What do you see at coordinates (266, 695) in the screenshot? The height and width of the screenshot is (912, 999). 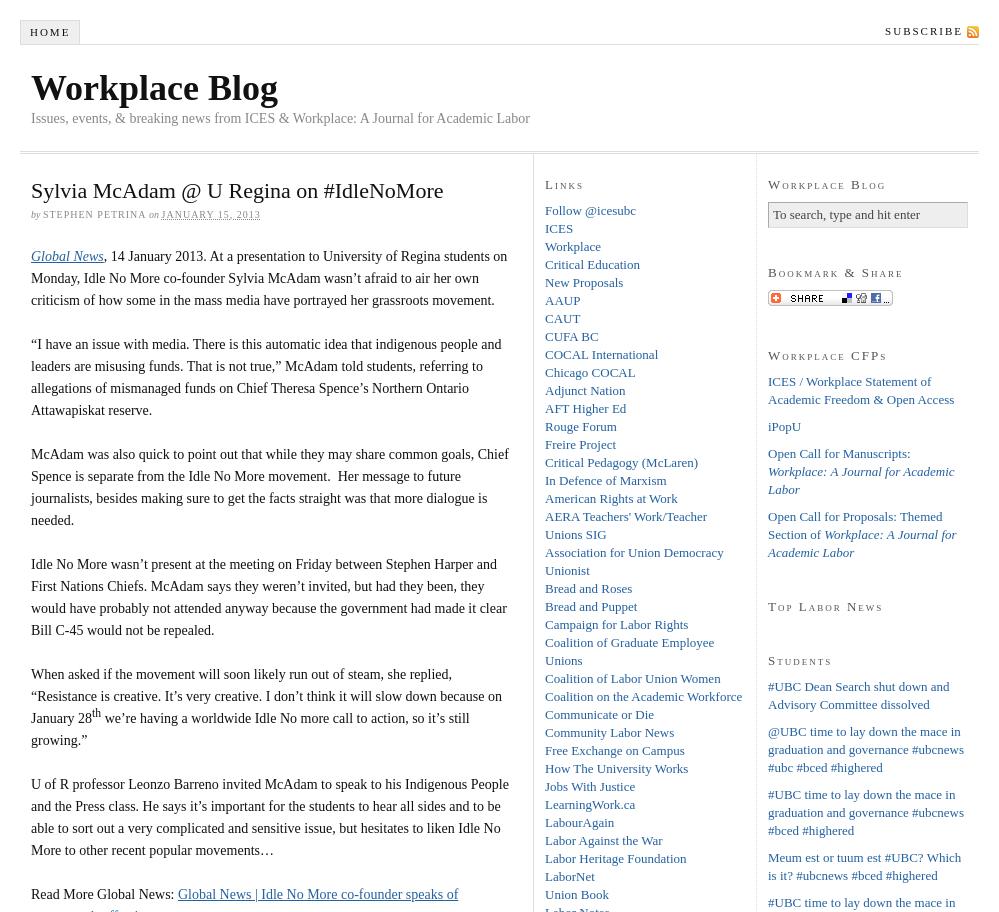 I see `'When asked if the movement will soon likely run out of steam, she replied, “Resistance is creative. It’s very creative. I don’t think it will slow down because on January 28'` at bounding box center [266, 695].